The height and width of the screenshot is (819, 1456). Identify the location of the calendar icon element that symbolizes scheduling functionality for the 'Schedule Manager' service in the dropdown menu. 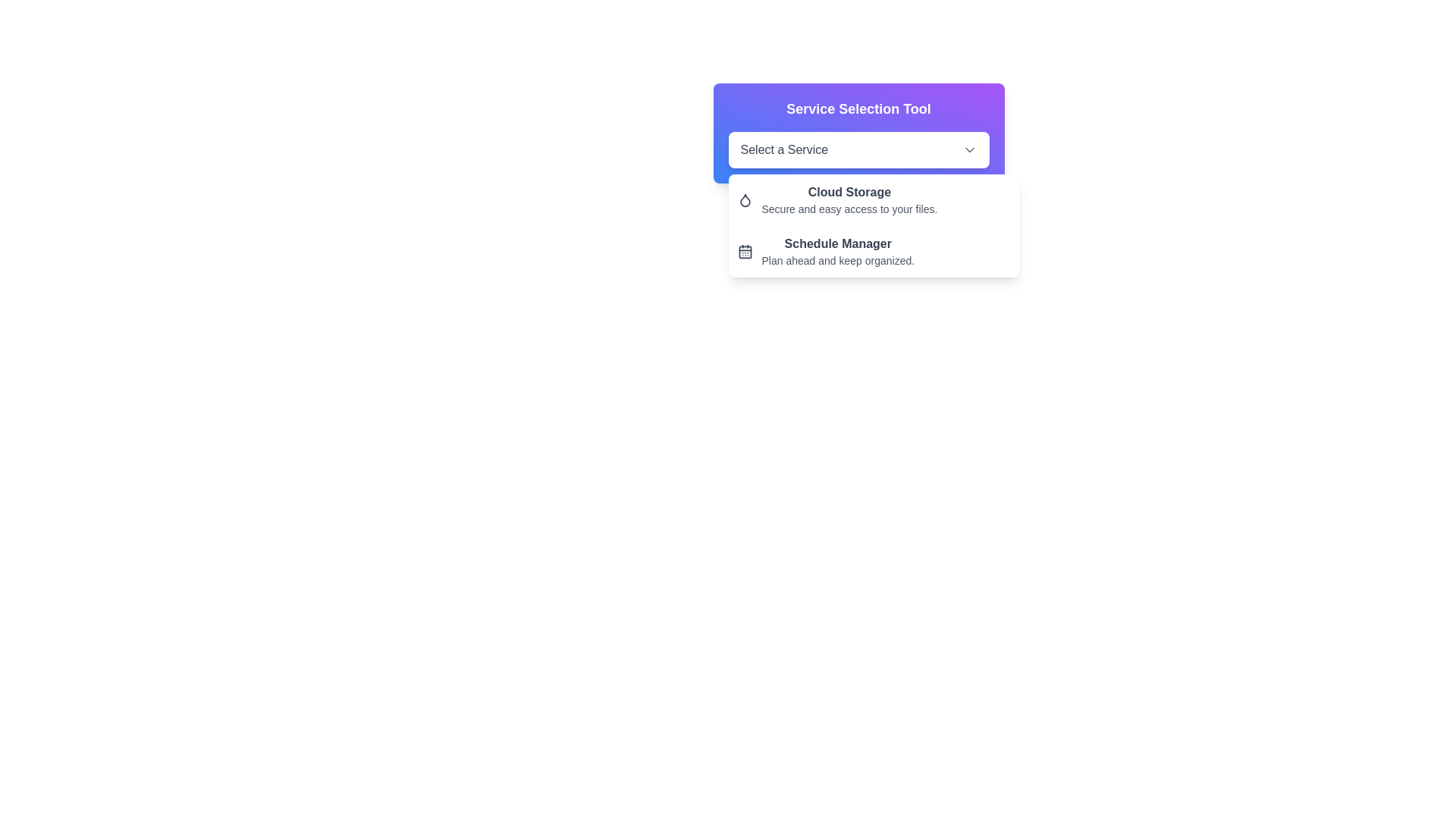
(745, 251).